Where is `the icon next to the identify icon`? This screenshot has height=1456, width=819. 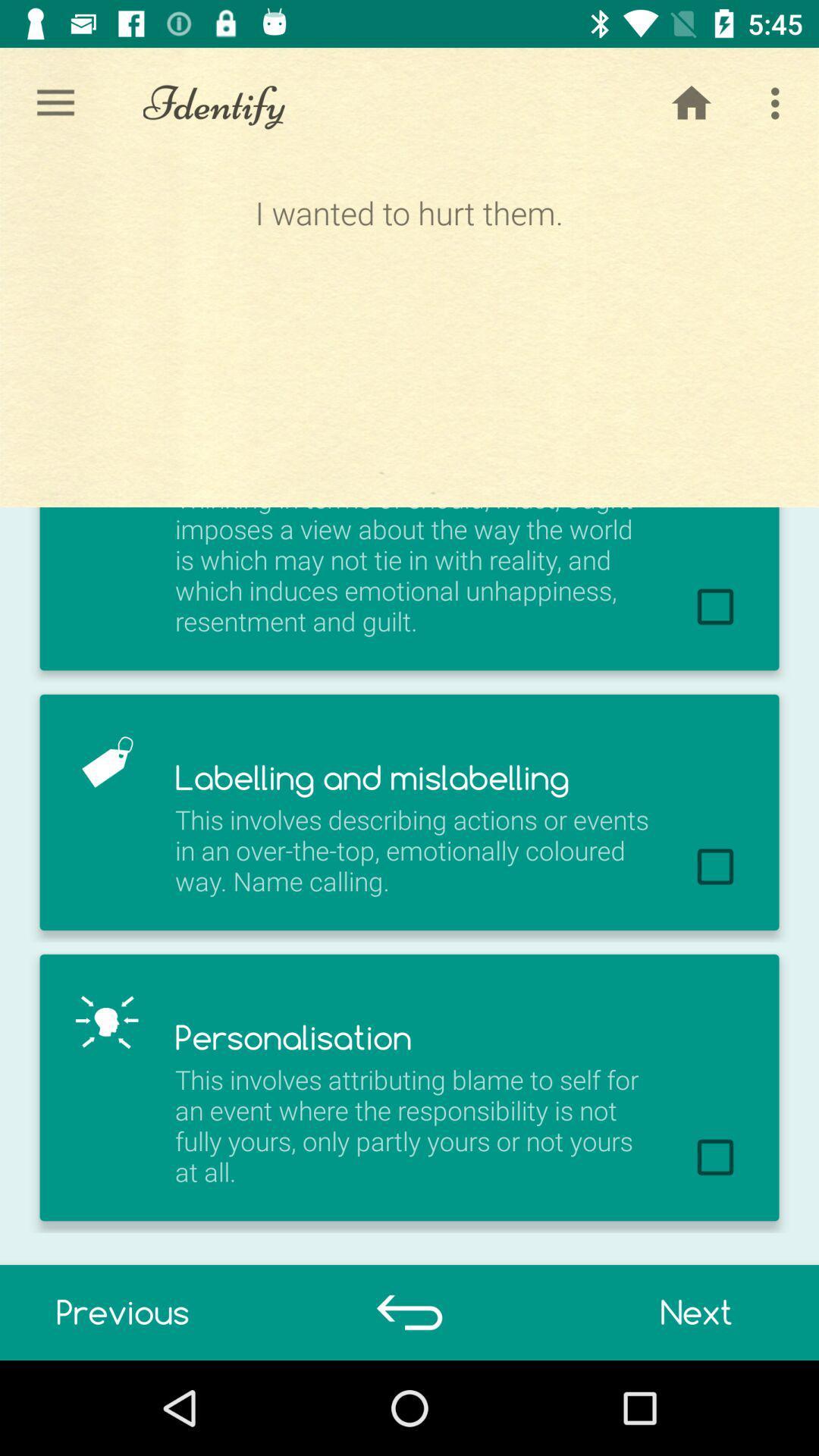
the icon next to the identify icon is located at coordinates (55, 102).